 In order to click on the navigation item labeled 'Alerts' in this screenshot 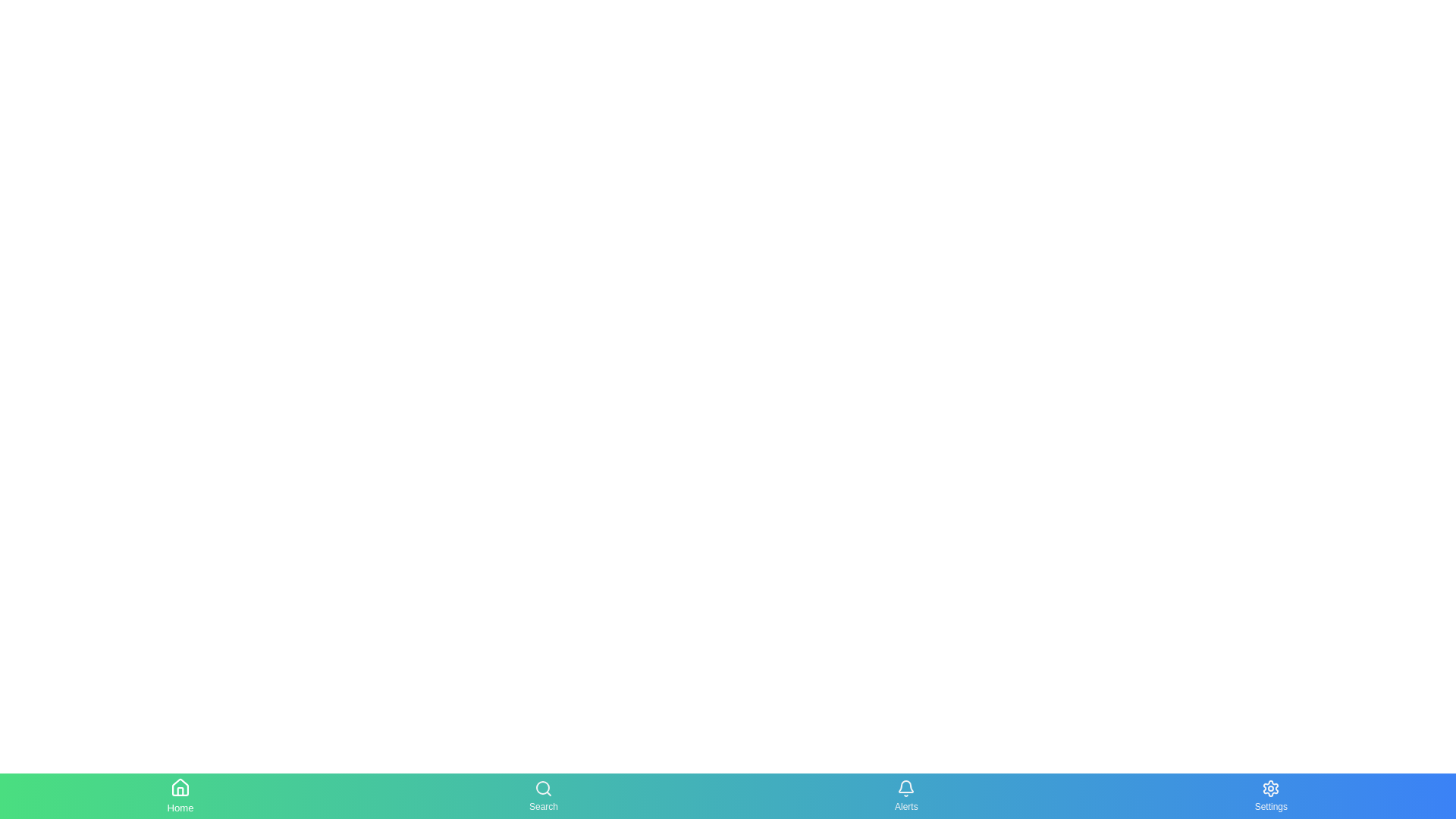, I will do `click(906, 795)`.